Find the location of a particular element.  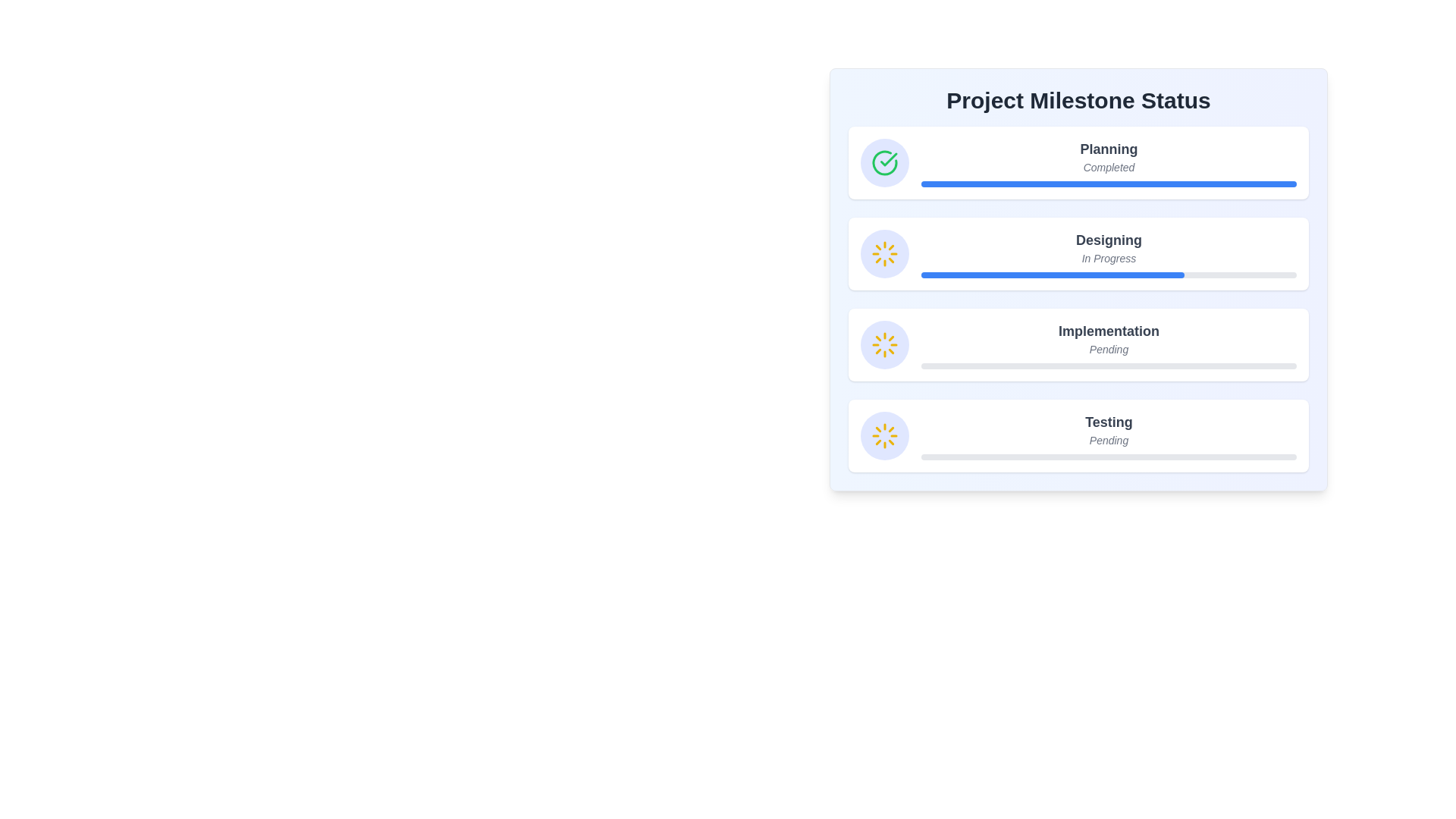

the Progress Card element displaying 'Designing' in bold font and 'In Progress' in italicized gray font, which is the second card in the Project Milestone Status section is located at coordinates (1078, 253).